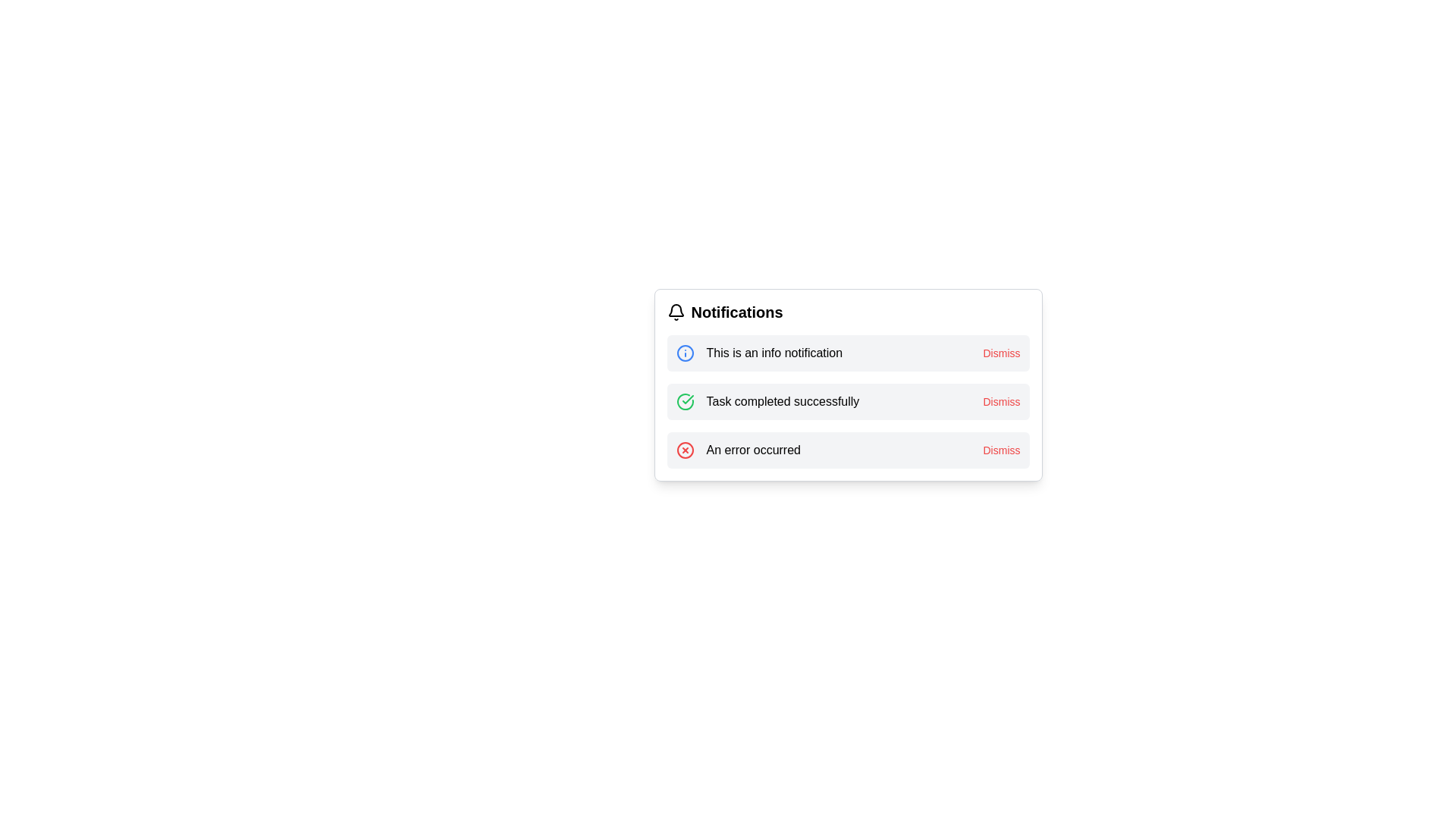  Describe the element at coordinates (684, 353) in the screenshot. I see `the informational icon located in the notification panel under the text 'This is an info notification'` at that location.